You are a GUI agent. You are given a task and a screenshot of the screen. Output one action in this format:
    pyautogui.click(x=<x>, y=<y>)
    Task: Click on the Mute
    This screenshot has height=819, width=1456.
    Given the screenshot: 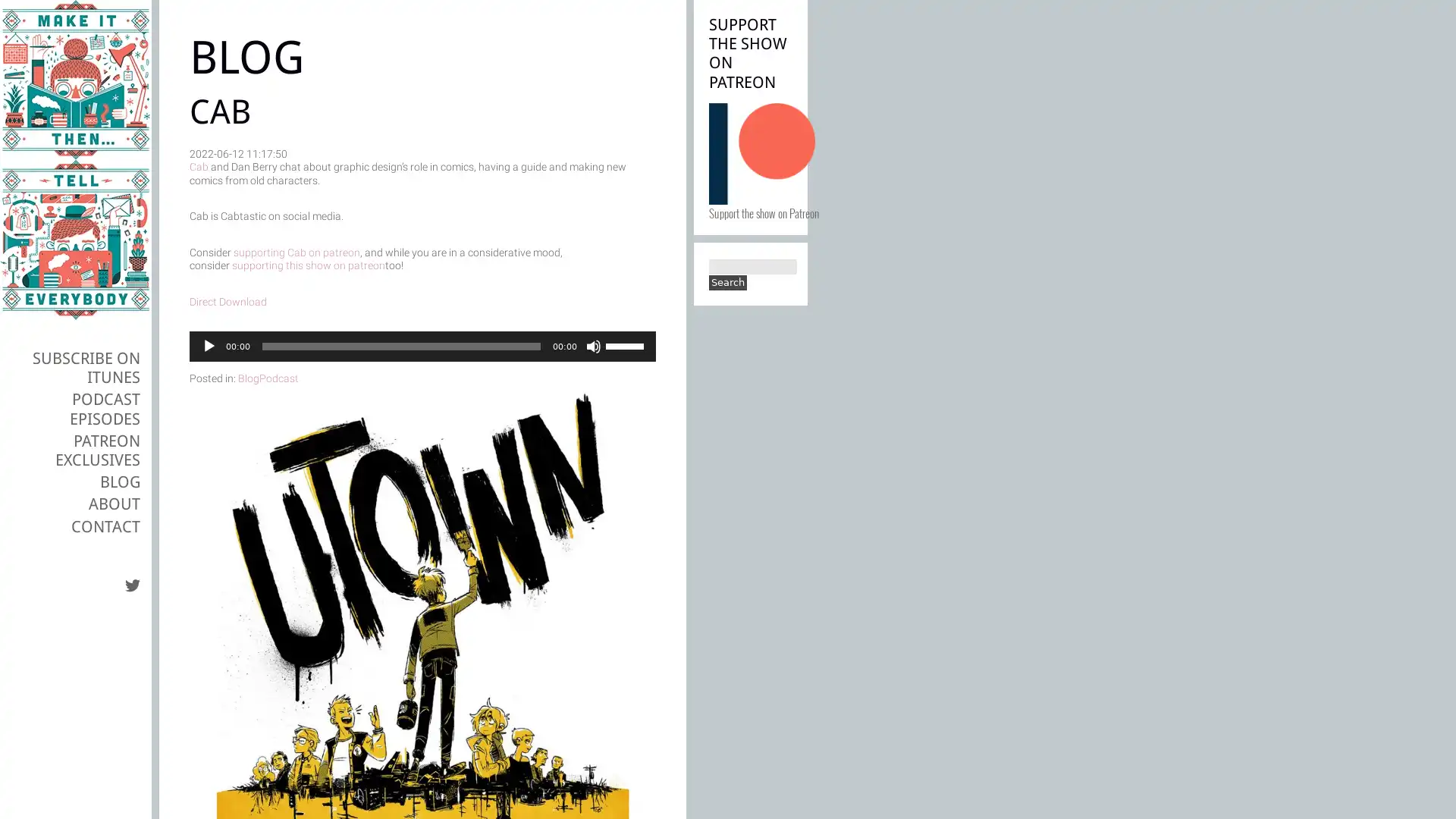 What is the action you would take?
    pyautogui.click(x=592, y=346)
    